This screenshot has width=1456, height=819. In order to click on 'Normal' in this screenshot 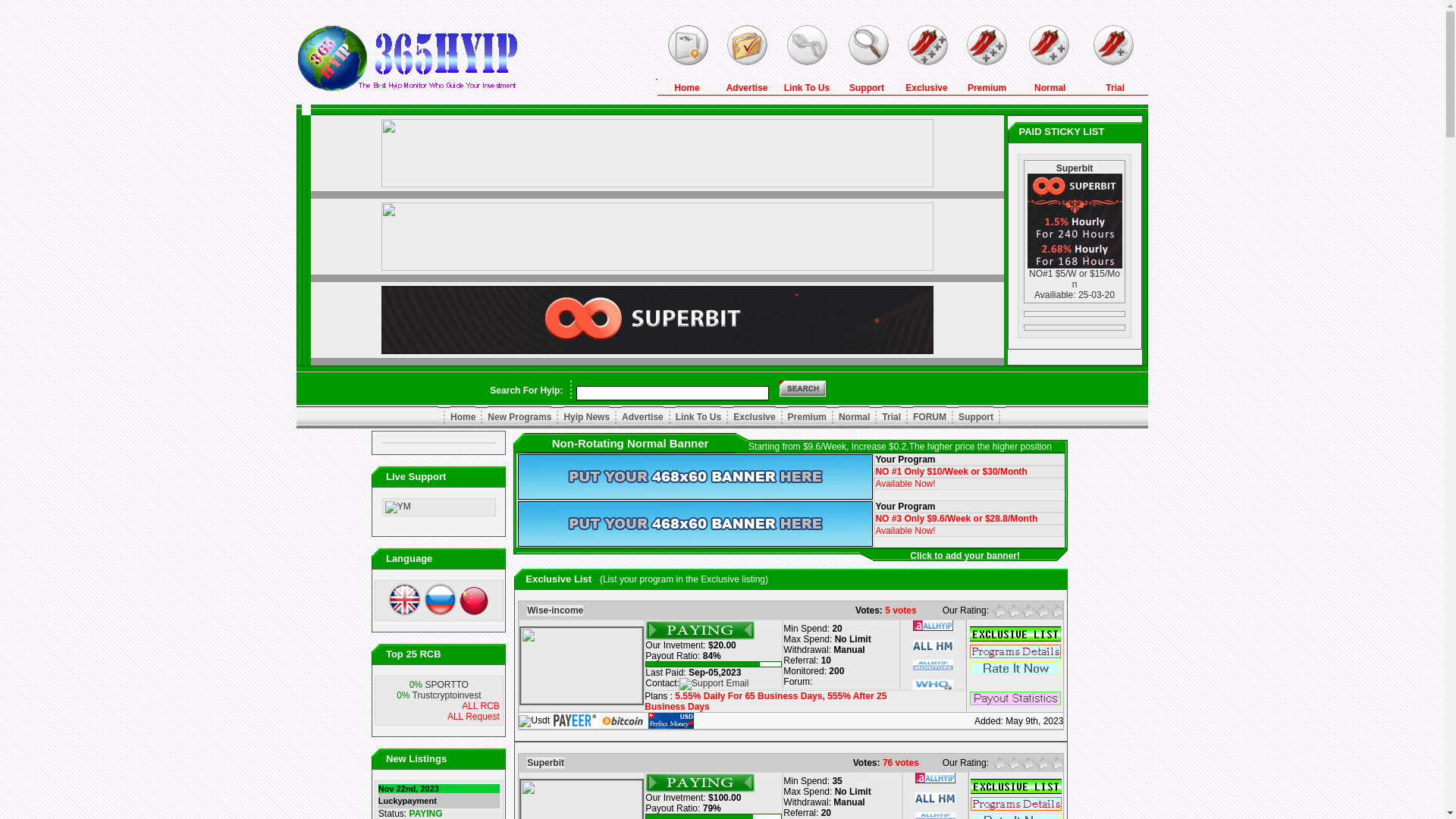, I will do `click(854, 417)`.